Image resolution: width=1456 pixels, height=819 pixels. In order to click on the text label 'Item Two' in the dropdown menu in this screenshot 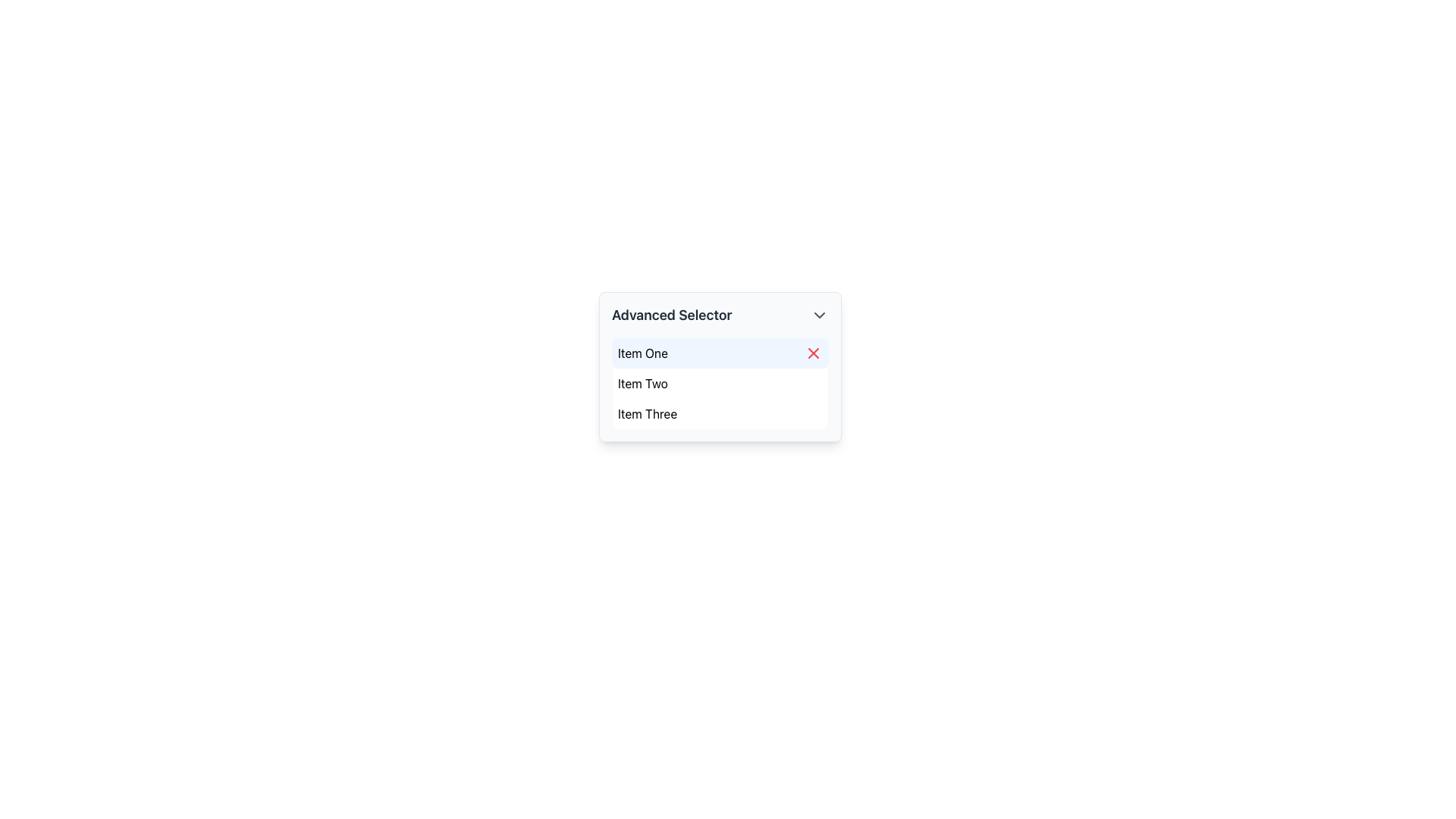, I will do `click(642, 382)`.